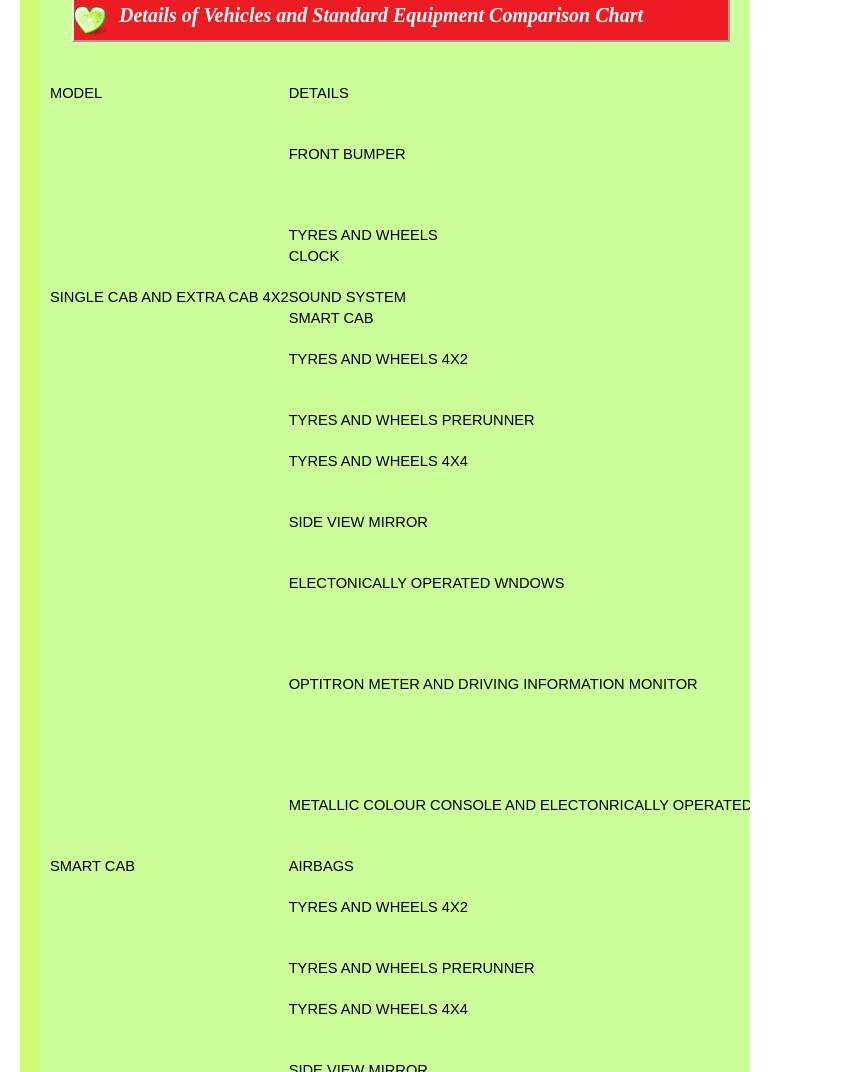  What do you see at coordinates (425, 580) in the screenshot?
I see `'ELECTONICALLY OPERATED WNDOWS'` at bounding box center [425, 580].